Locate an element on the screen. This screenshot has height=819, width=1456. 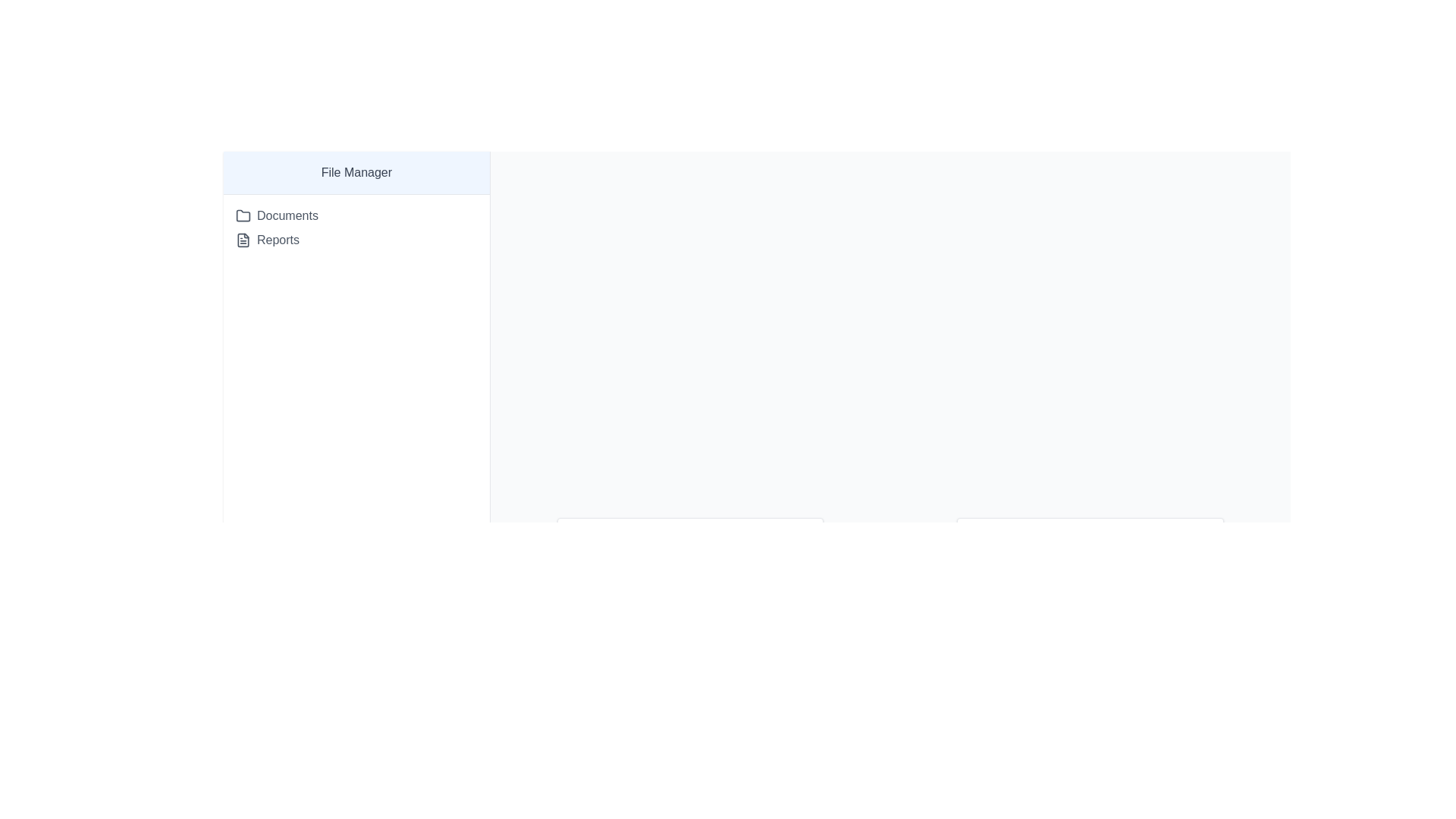
the folder icon located next to the 'Documents' label in the sidebar is located at coordinates (243, 215).